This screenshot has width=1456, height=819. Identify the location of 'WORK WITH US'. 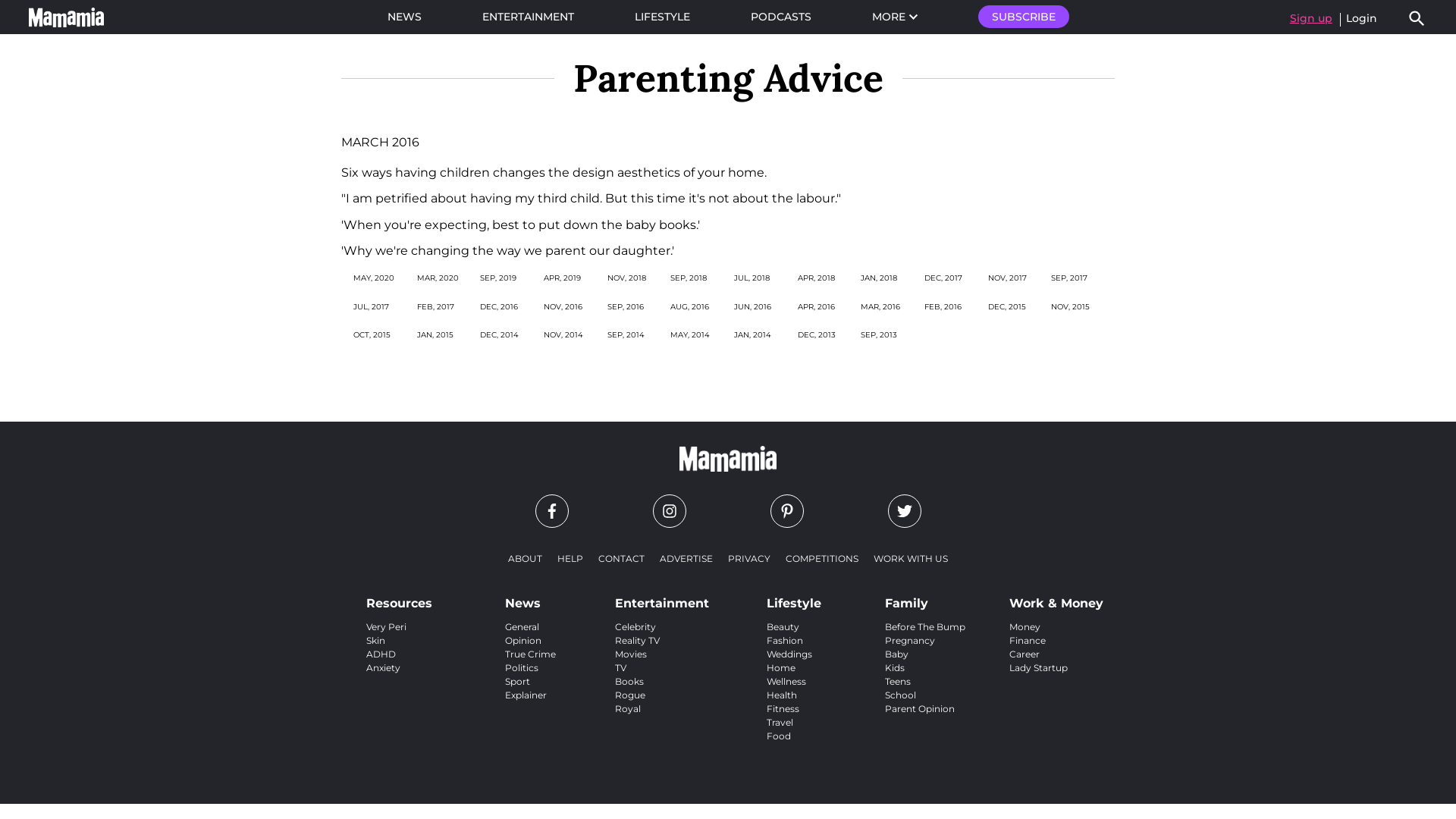
(910, 558).